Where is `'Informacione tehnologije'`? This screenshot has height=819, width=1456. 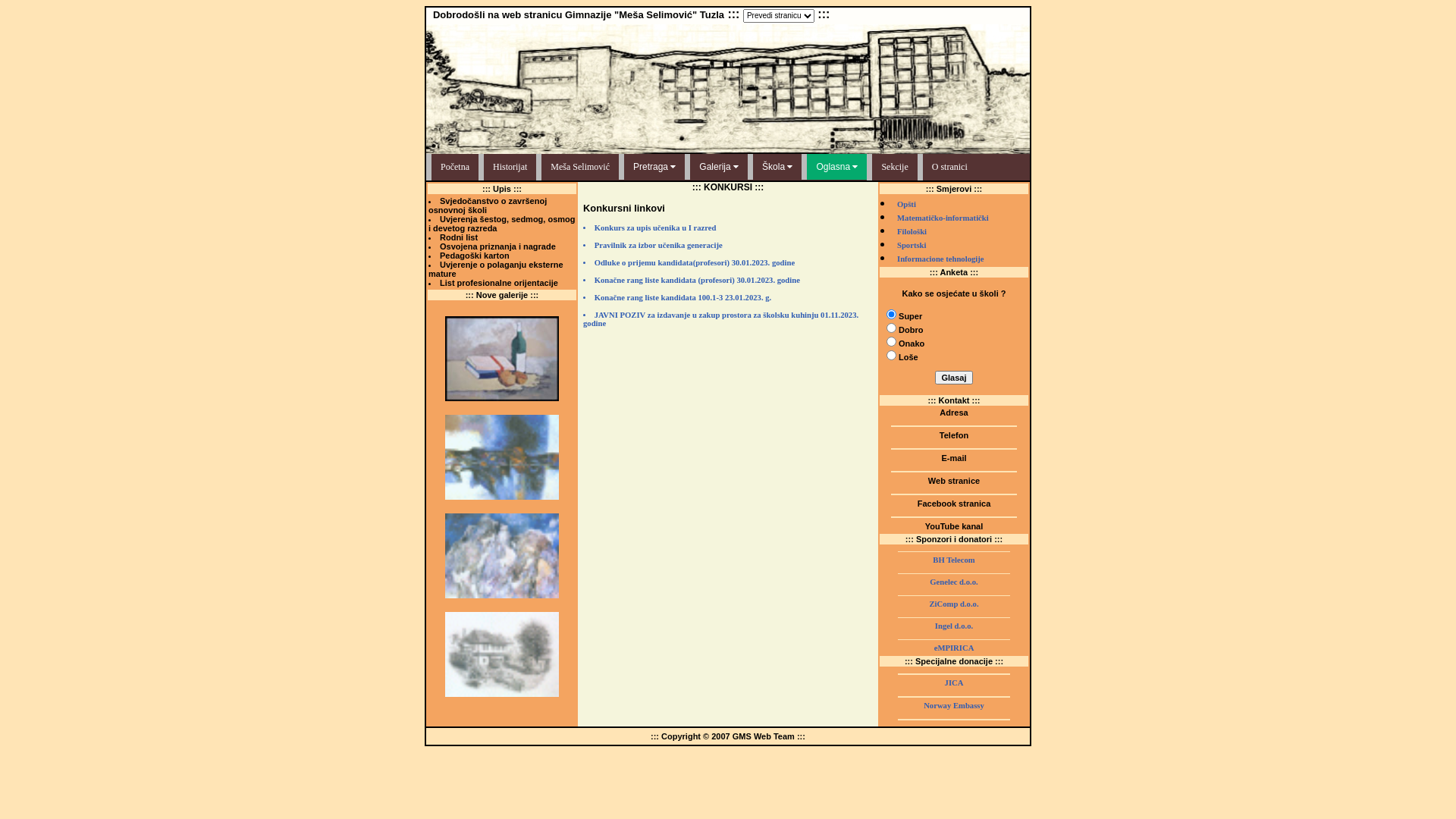
'Informacione tehnologije' is located at coordinates (940, 258).